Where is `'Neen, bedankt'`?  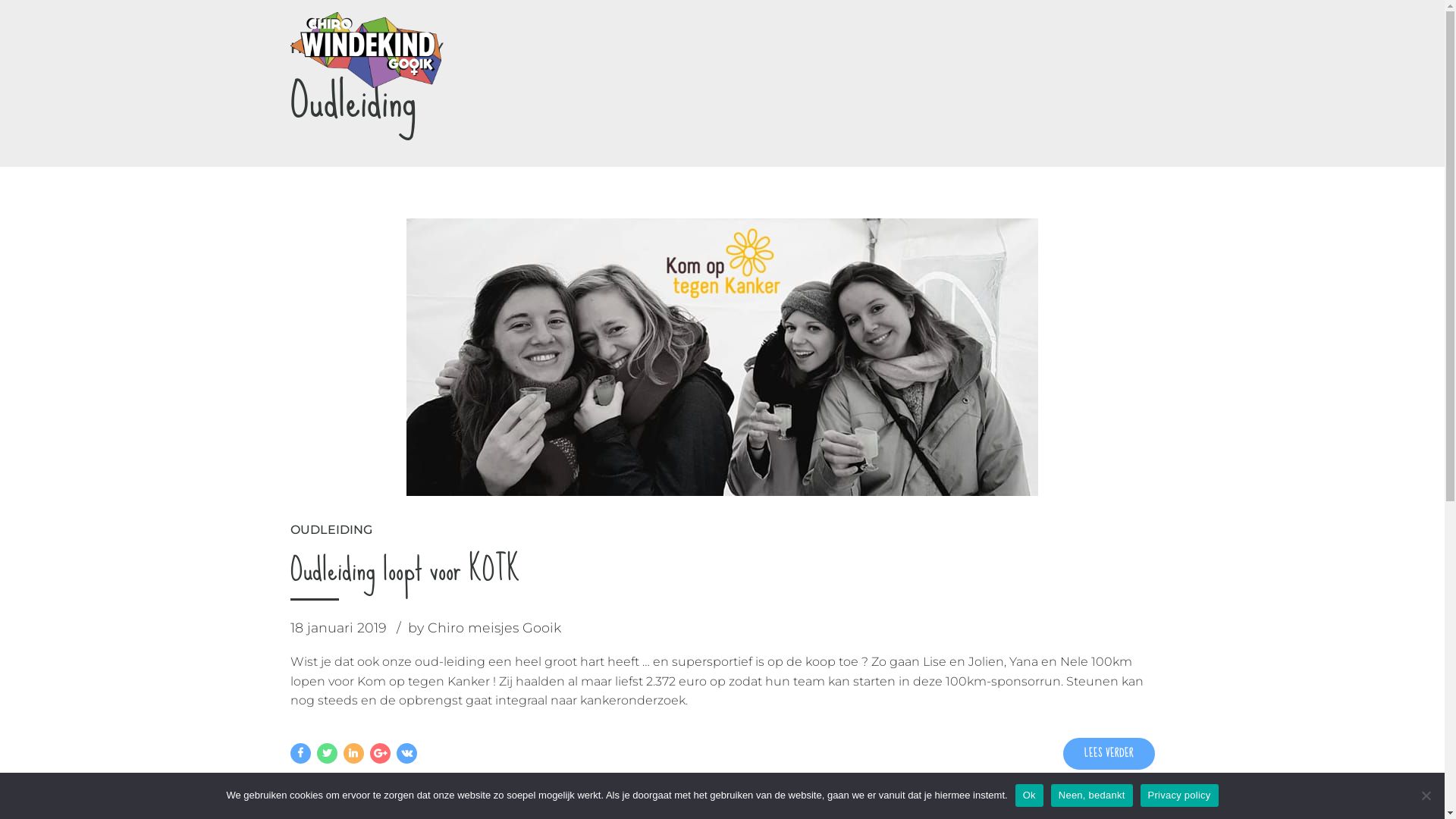
'Neen, bedankt' is located at coordinates (1092, 795).